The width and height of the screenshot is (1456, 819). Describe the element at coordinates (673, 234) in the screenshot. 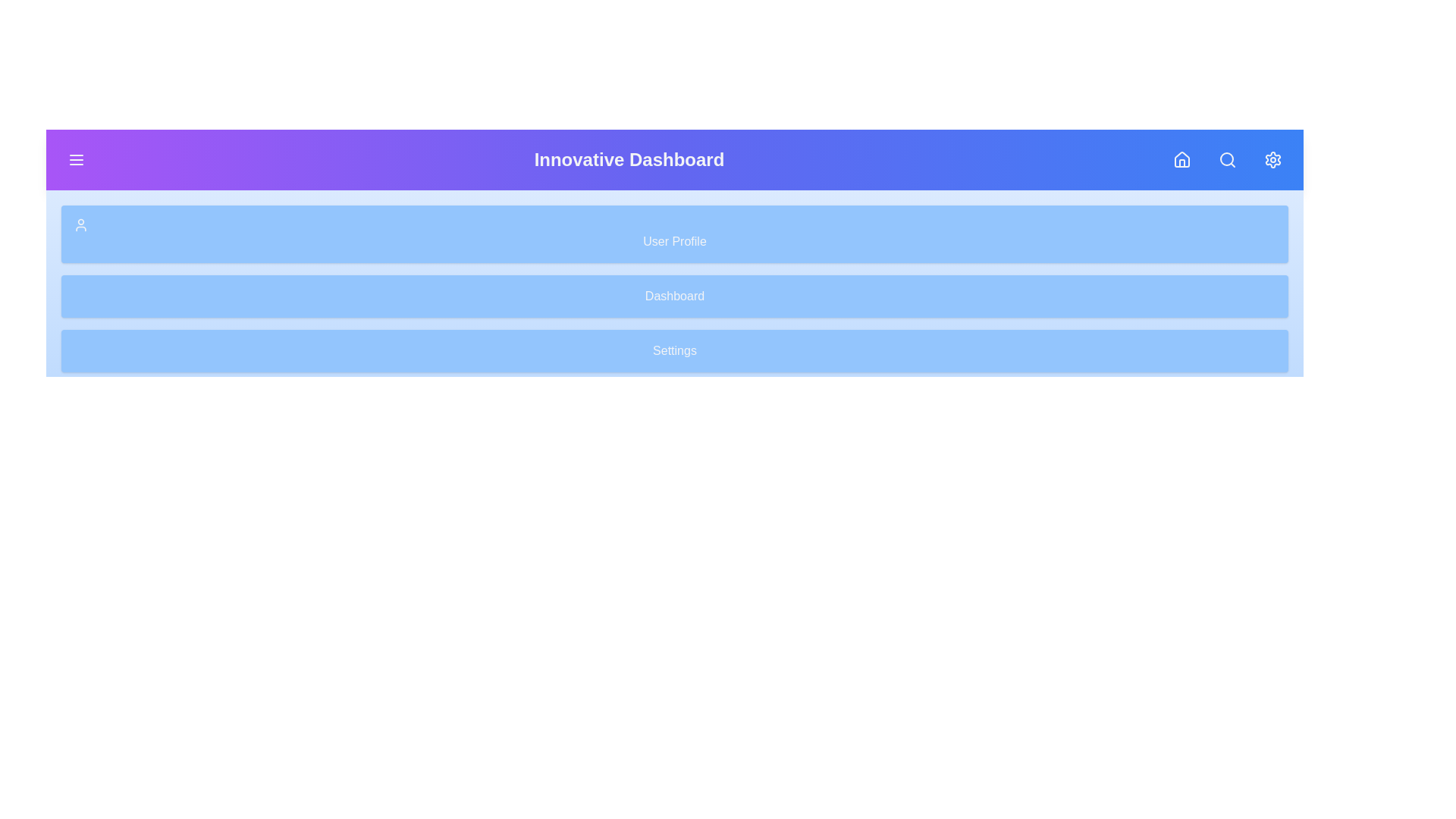

I see `the sidebar menu item User Profile` at that location.